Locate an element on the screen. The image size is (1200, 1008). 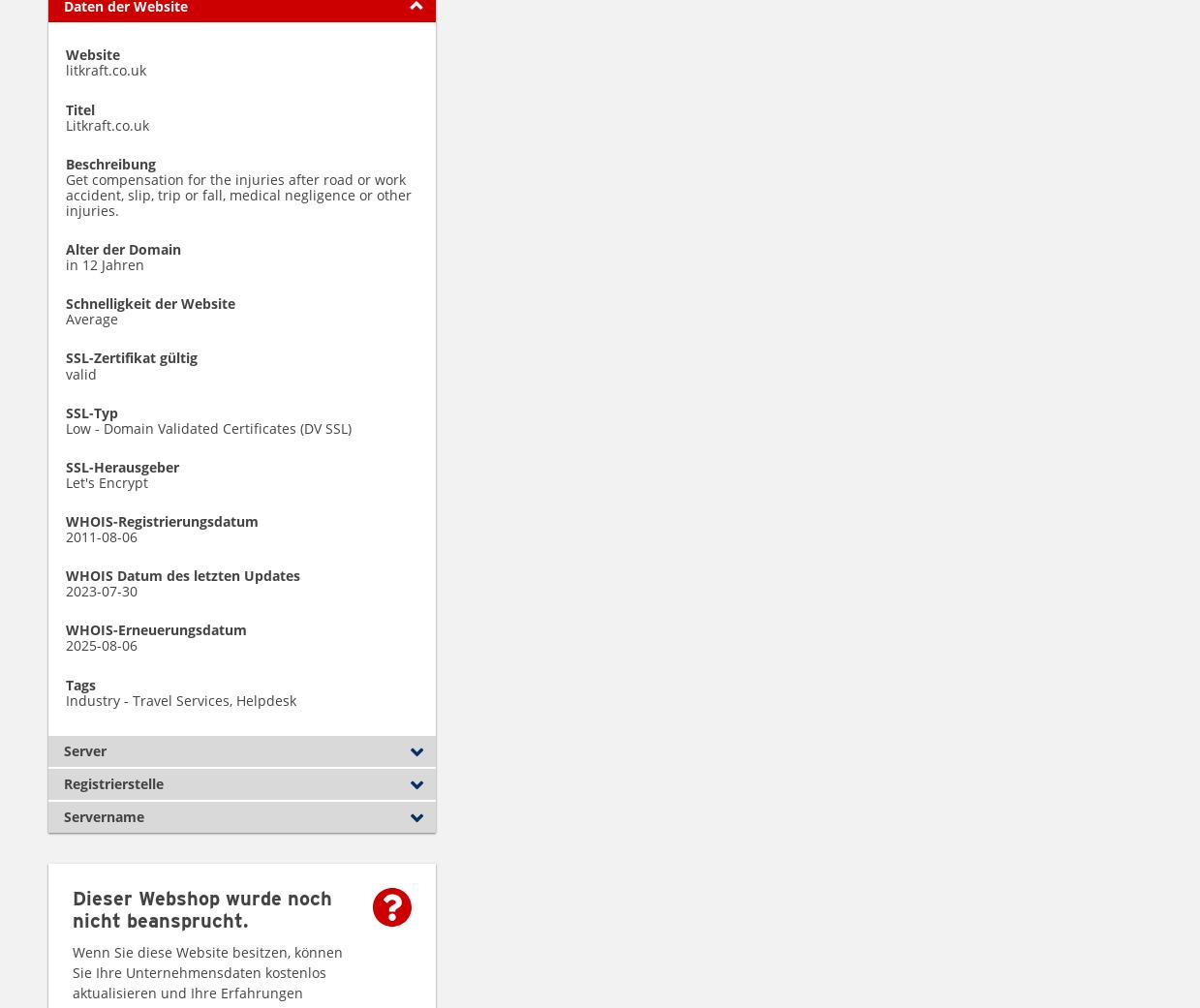
'Litkraft.co.uk' is located at coordinates (108, 124).